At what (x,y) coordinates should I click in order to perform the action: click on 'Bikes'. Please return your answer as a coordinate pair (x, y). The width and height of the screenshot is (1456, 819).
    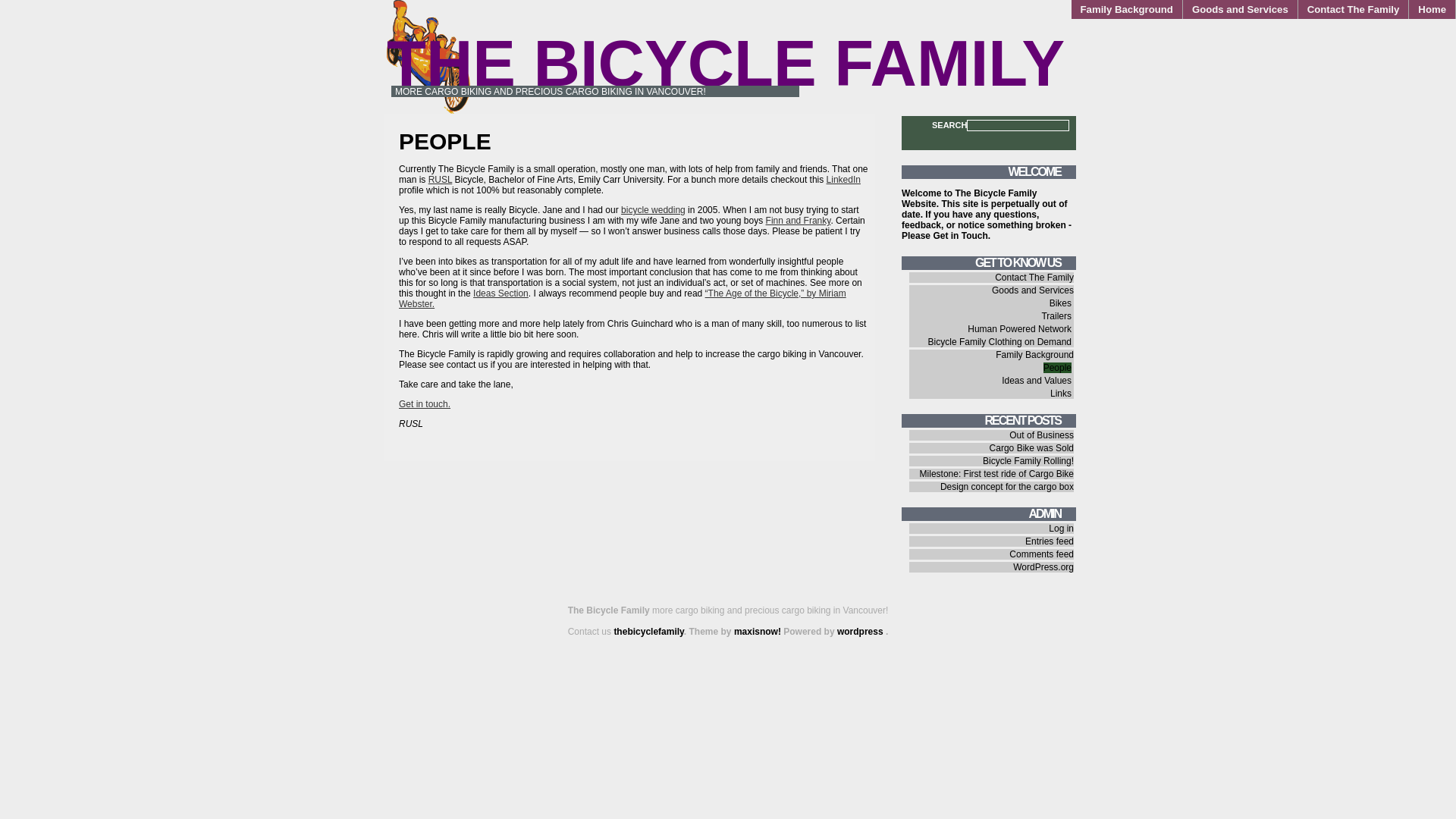
    Looking at the image, I should click on (1059, 303).